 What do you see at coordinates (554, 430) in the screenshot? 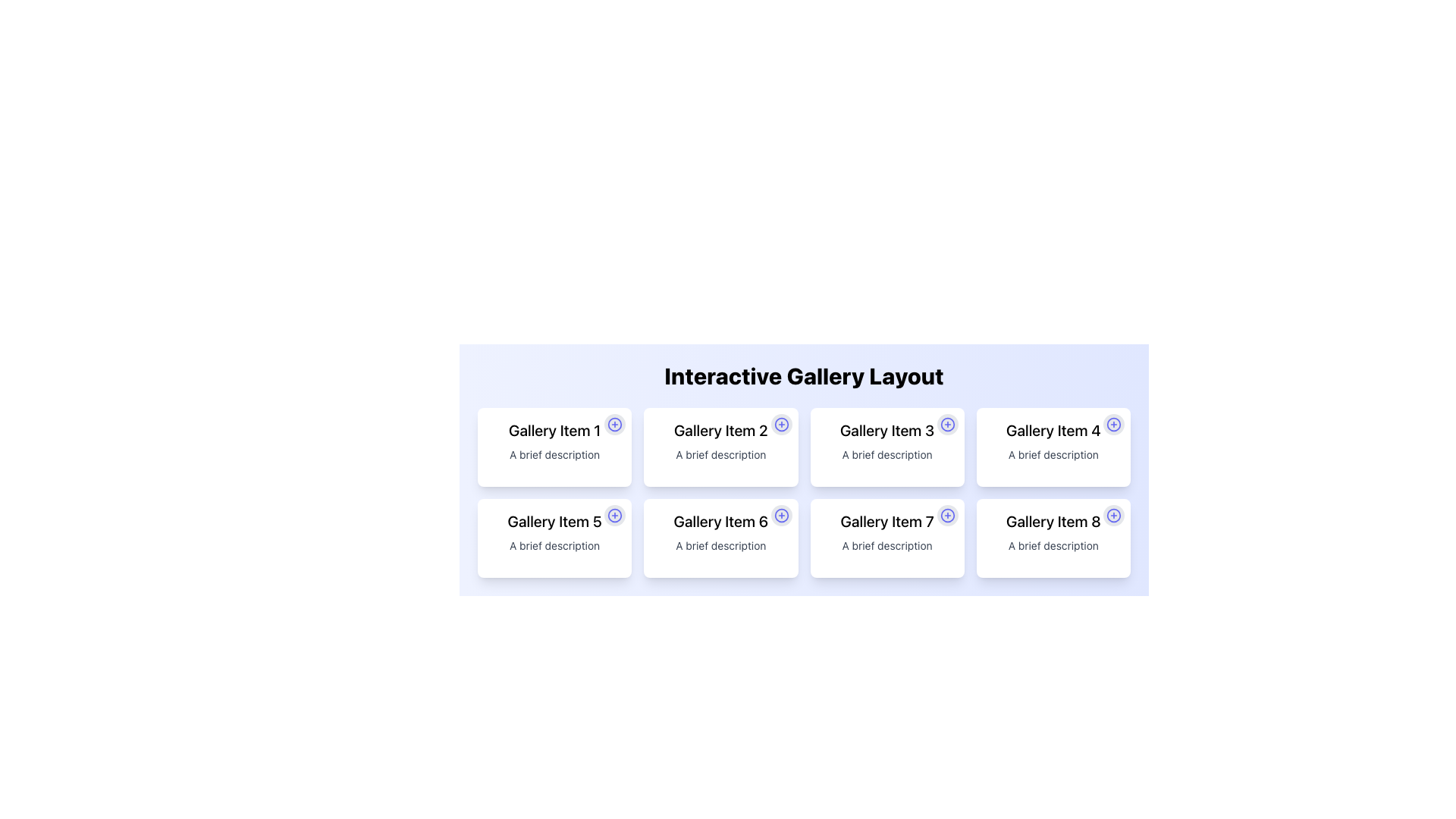
I see `the text label 'Gallery Item 1', which is prominently styled in a large, bold, black font and located at the top of the top-left card in a grid layout` at bounding box center [554, 430].